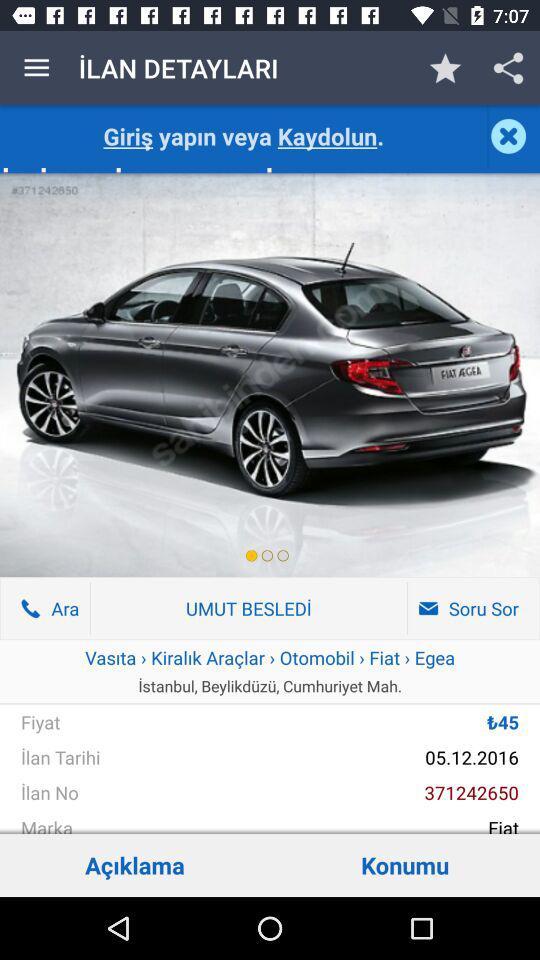  I want to click on the close icon, so click(513, 135).